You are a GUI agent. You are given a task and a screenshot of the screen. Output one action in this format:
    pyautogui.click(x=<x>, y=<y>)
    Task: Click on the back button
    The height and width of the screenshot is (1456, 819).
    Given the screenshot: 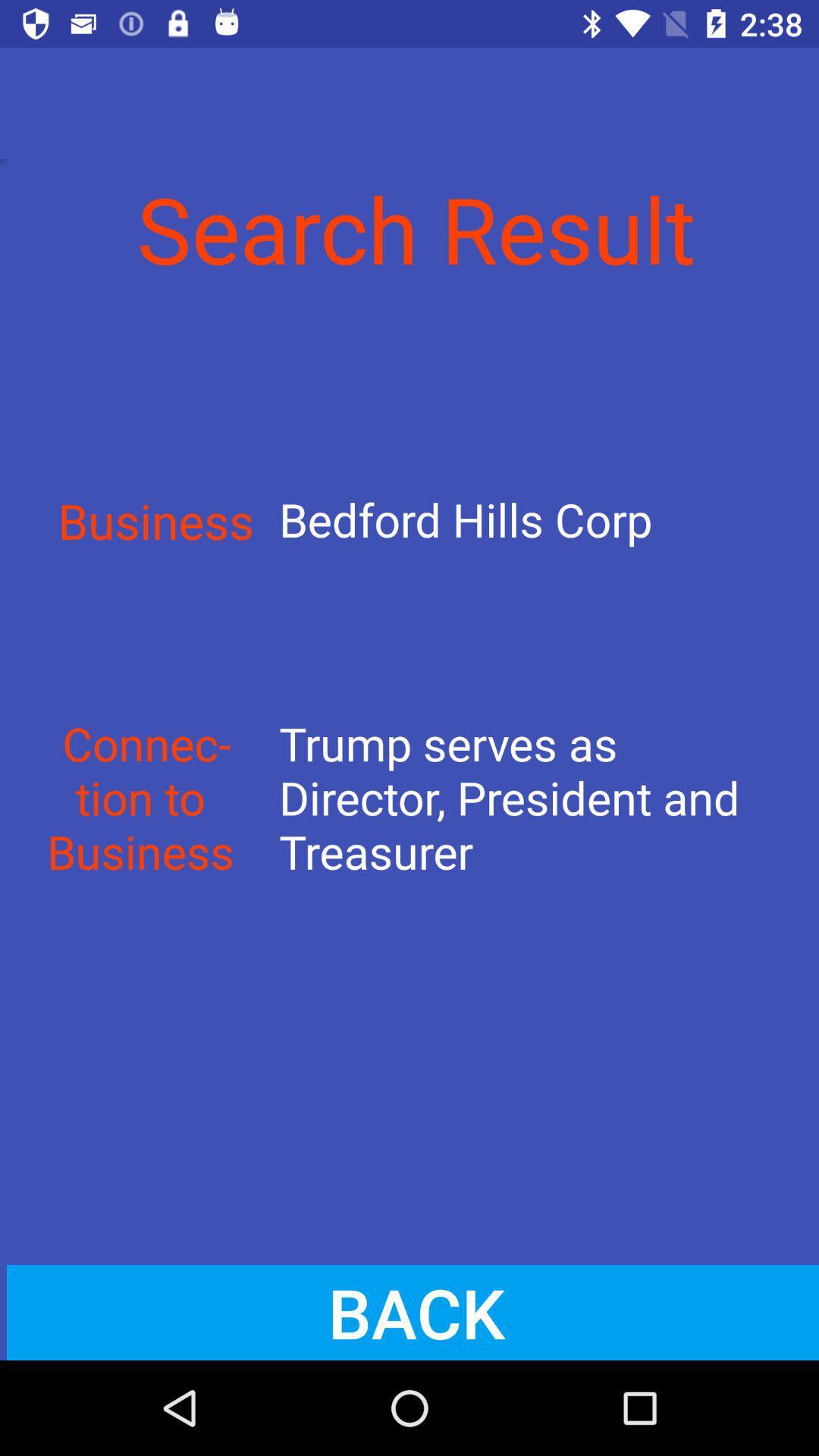 What is the action you would take?
    pyautogui.click(x=409, y=1312)
    